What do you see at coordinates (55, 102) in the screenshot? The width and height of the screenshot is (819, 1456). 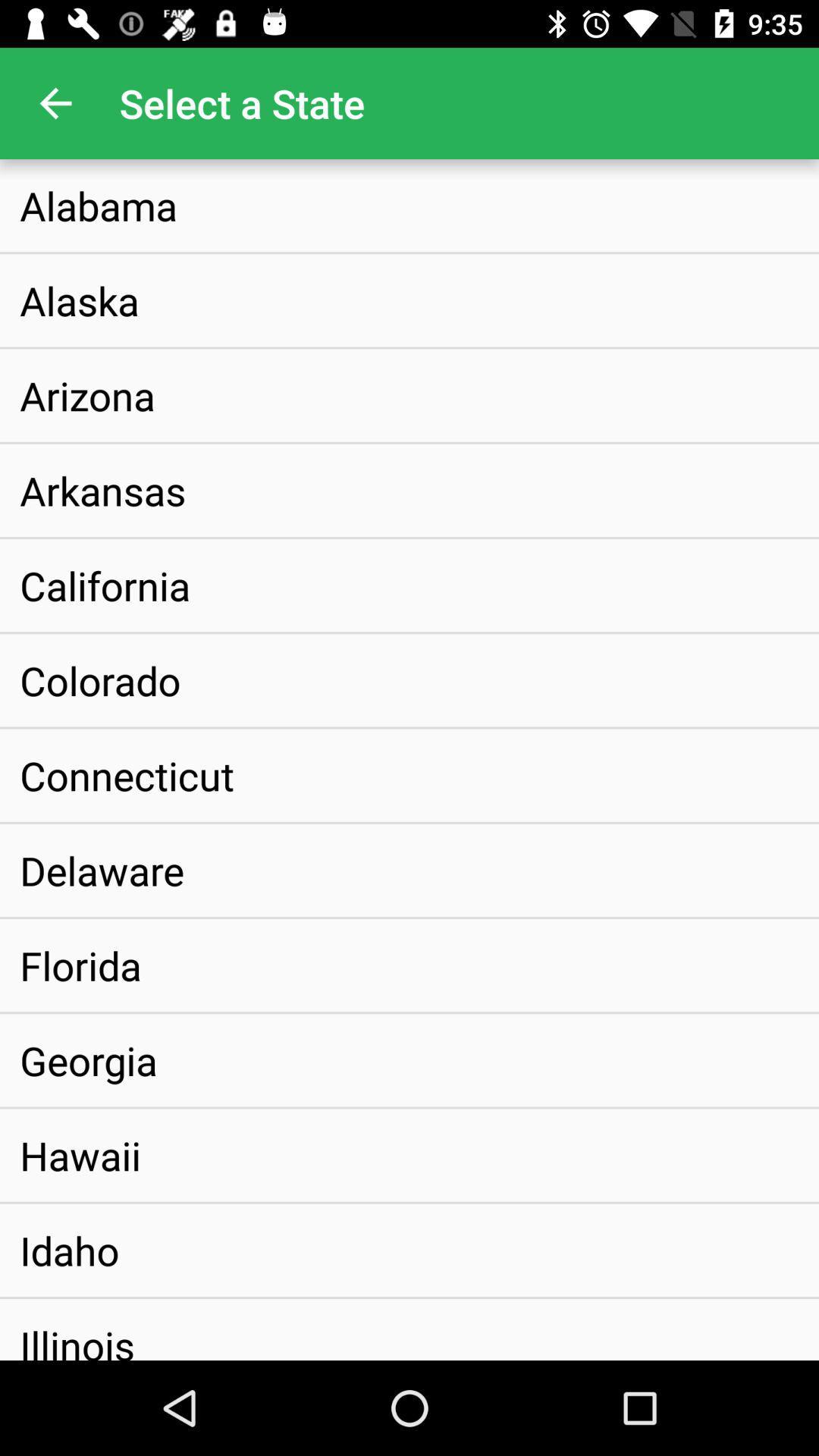 I see `the icon to the left of the select a state icon` at bounding box center [55, 102].